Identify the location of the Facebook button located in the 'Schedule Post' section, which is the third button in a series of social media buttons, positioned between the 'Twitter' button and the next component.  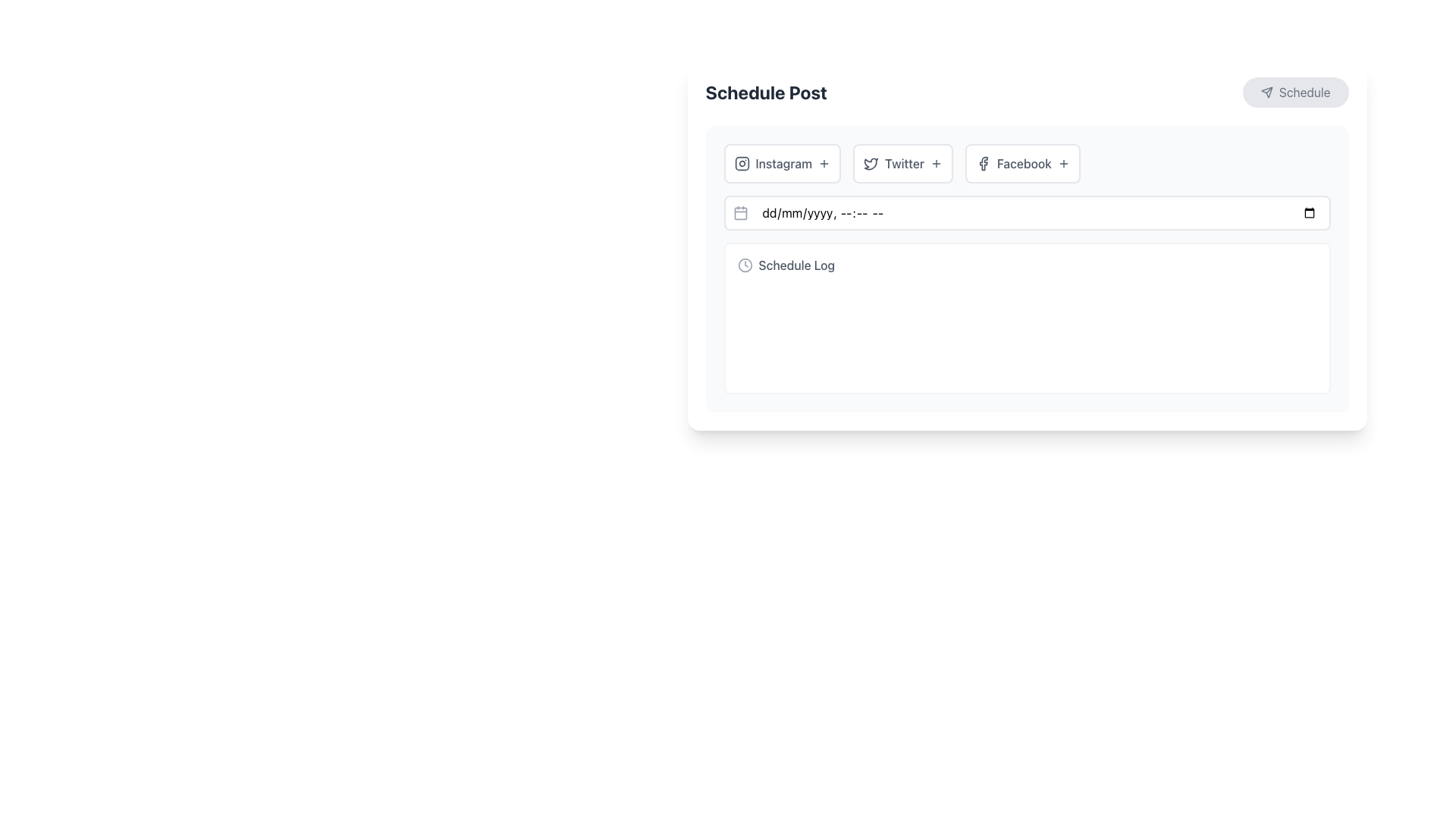
(1022, 164).